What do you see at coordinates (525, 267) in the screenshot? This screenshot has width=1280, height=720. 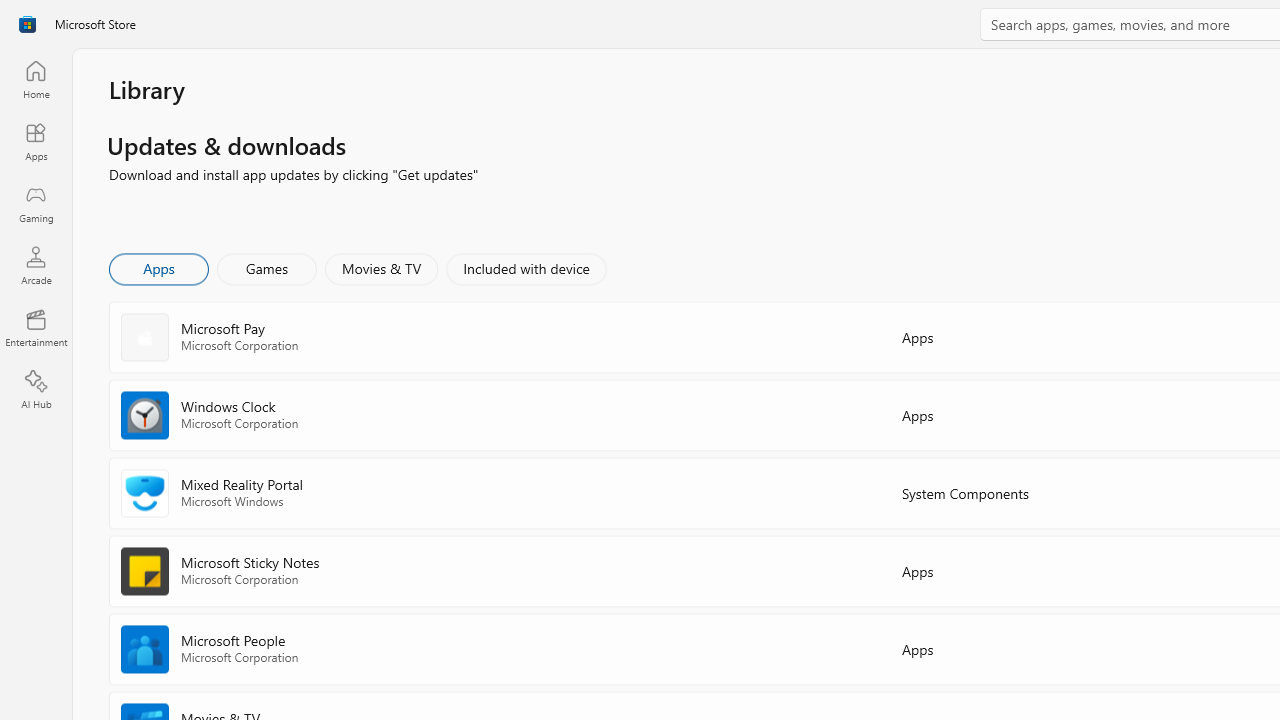 I see `'Included with device'` at bounding box center [525, 267].